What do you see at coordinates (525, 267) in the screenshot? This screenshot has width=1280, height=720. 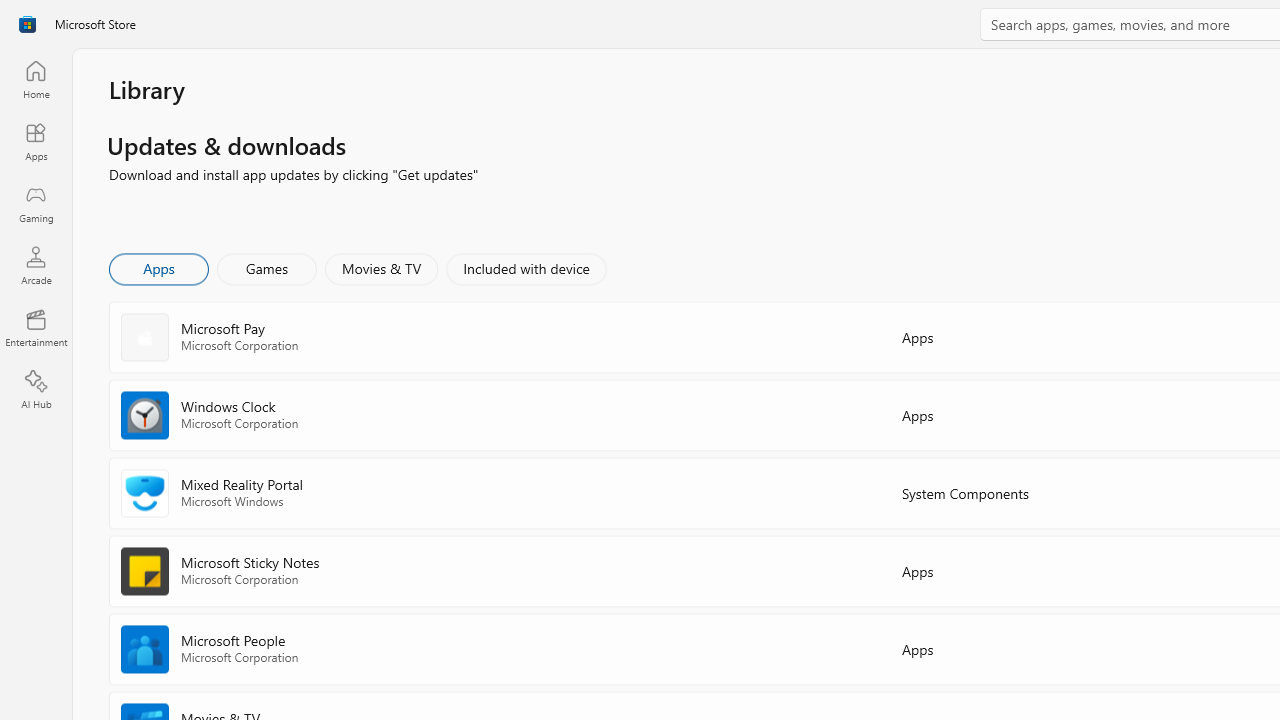 I see `'Included with device'` at bounding box center [525, 267].